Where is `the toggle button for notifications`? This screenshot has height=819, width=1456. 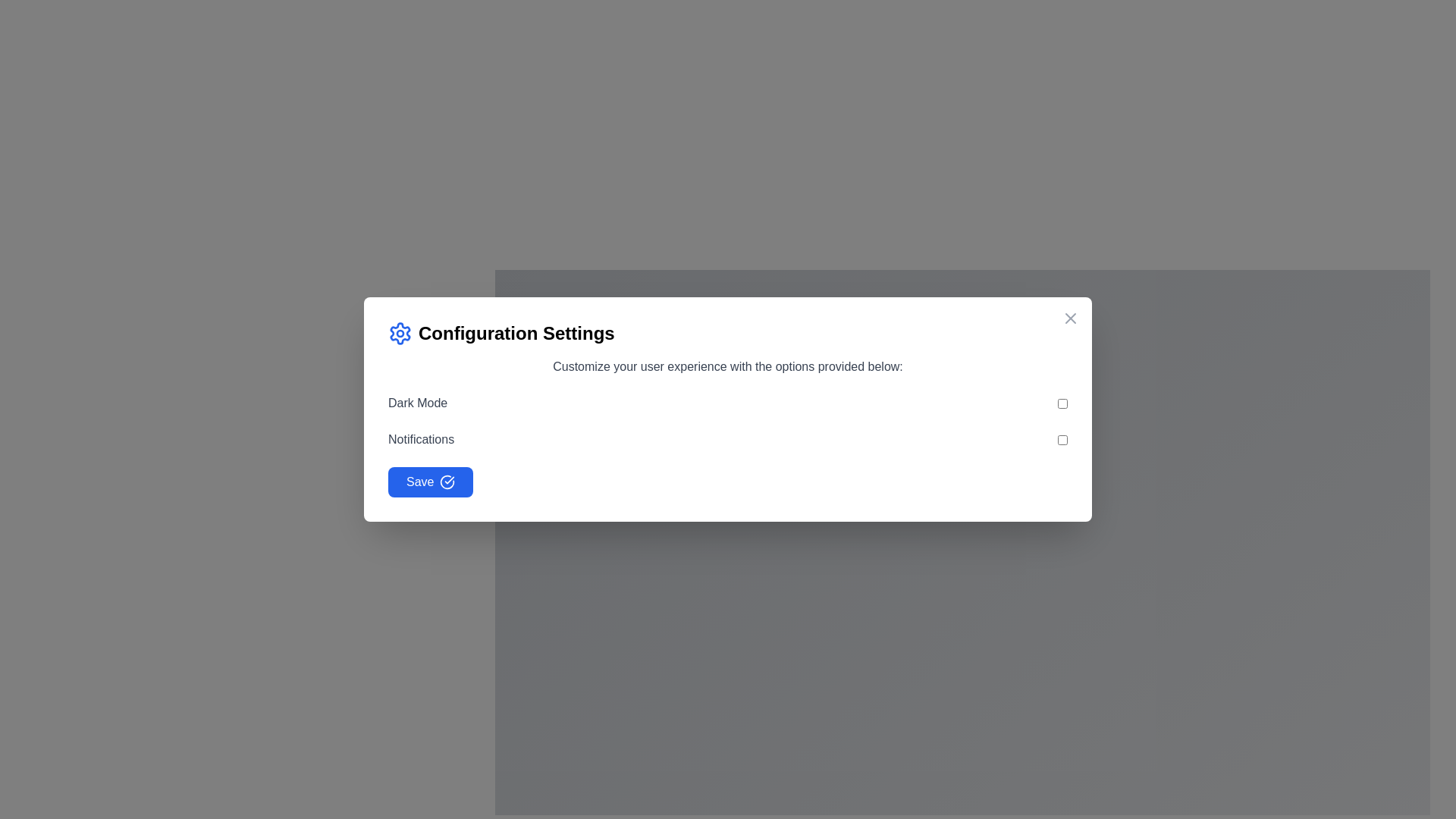 the toggle button for notifications is located at coordinates (1062, 439).